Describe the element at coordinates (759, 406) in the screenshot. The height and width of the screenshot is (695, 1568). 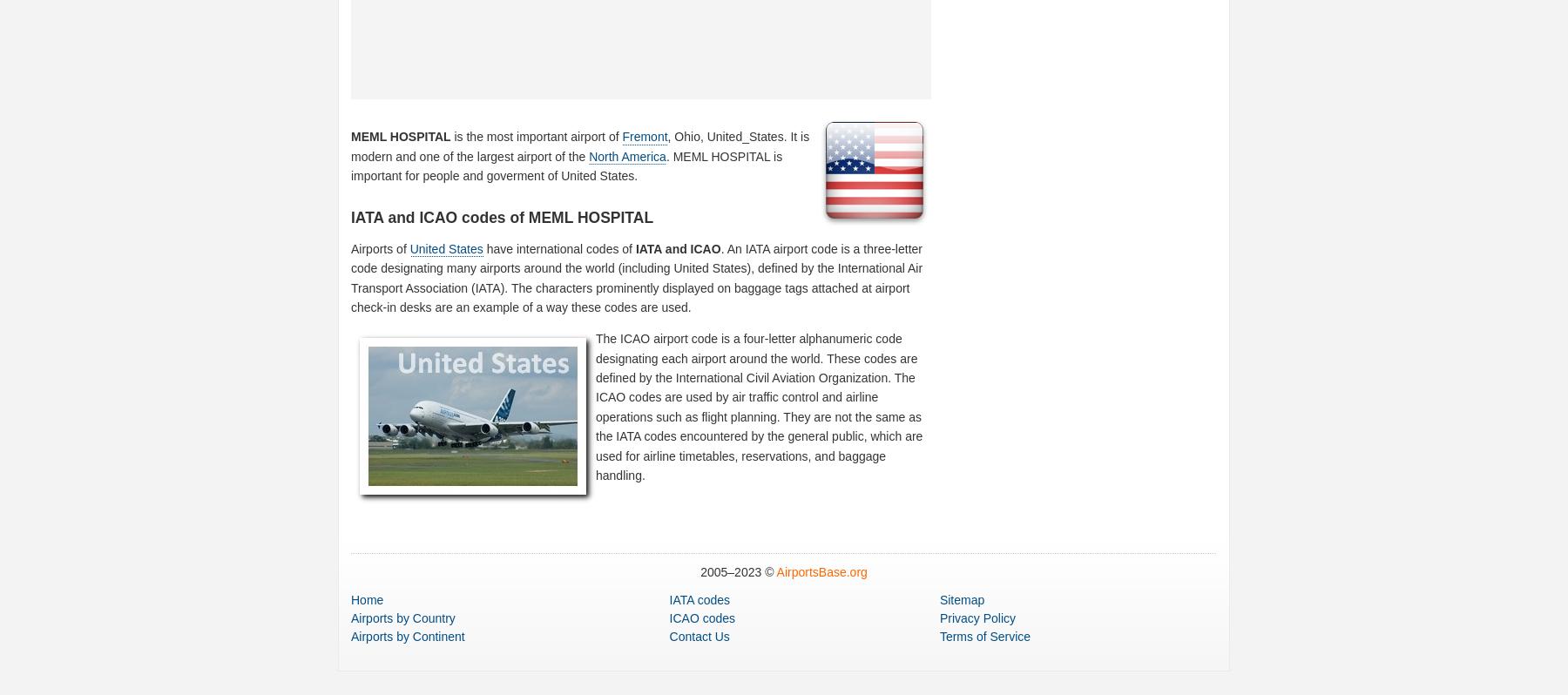
I see `'The ICAO  airport code is a four-letter alphanumeric code designating each airport around the world.
These codes are defined by the International Civil Aviation Organization. The ICAO codes are used by
air traffic control and airline operations such as flight planning. They are not the same as the IATA
codes encountered by the general public, which are used for airline timetables, reservations,
and baggage handling.'` at that location.